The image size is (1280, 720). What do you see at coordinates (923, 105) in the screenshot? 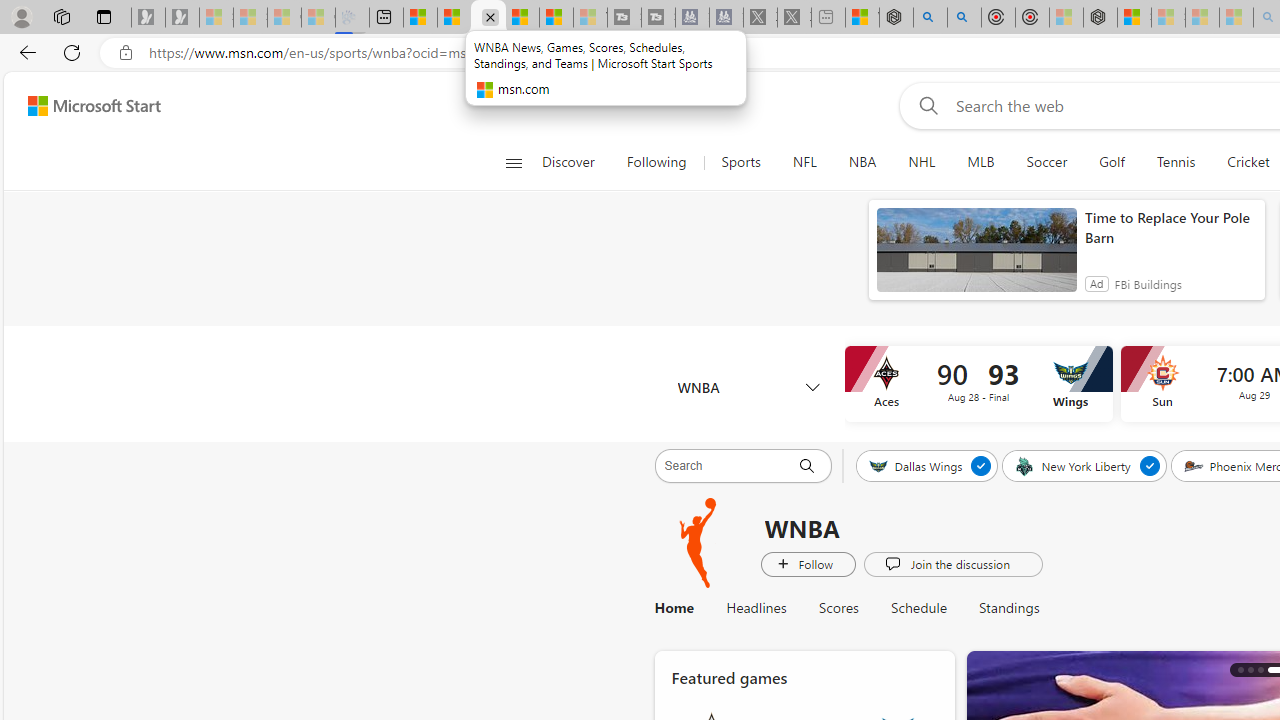
I see `'Web search'` at bounding box center [923, 105].